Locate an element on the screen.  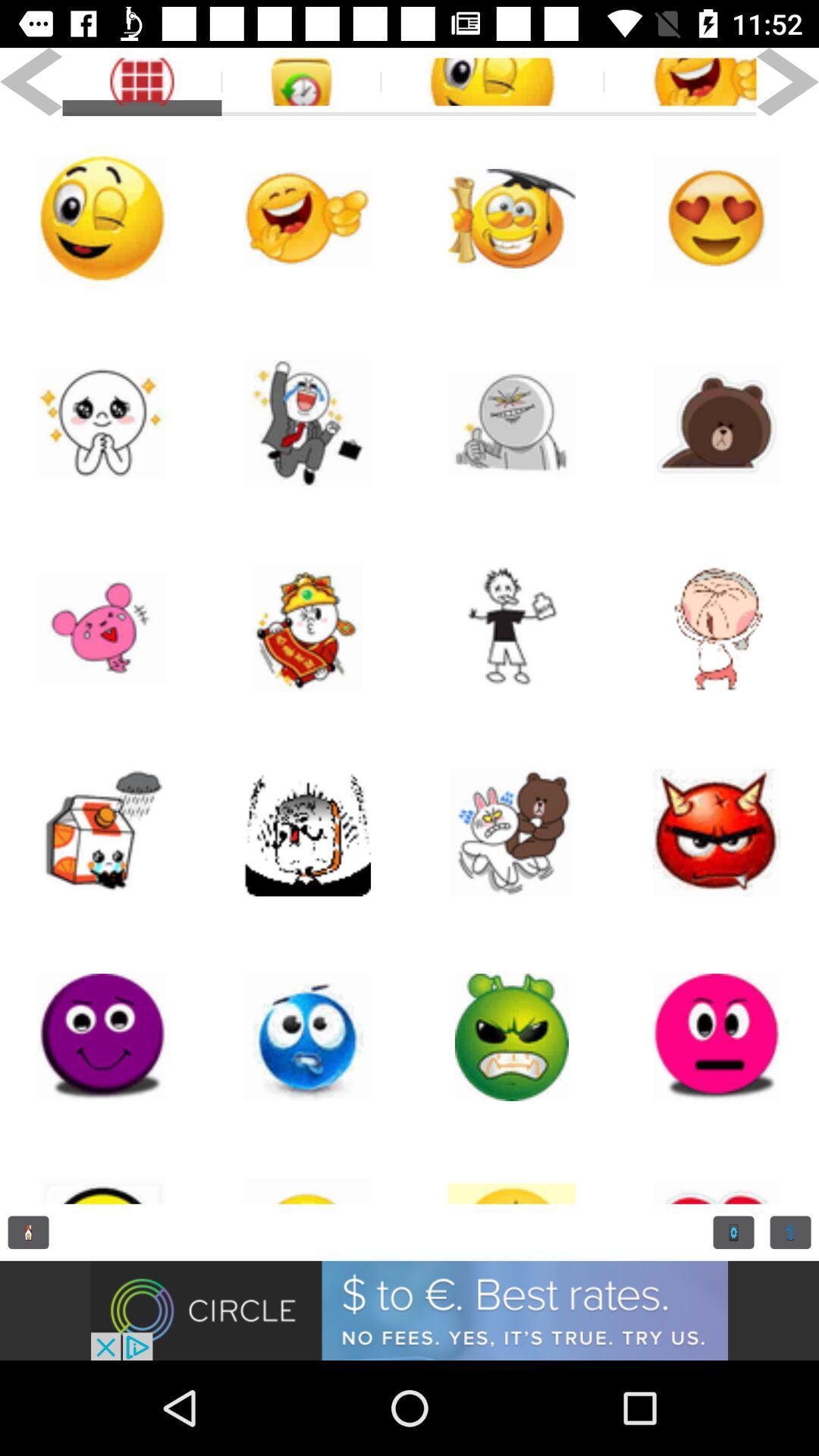
standing in picture is located at coordinates (512, 628).